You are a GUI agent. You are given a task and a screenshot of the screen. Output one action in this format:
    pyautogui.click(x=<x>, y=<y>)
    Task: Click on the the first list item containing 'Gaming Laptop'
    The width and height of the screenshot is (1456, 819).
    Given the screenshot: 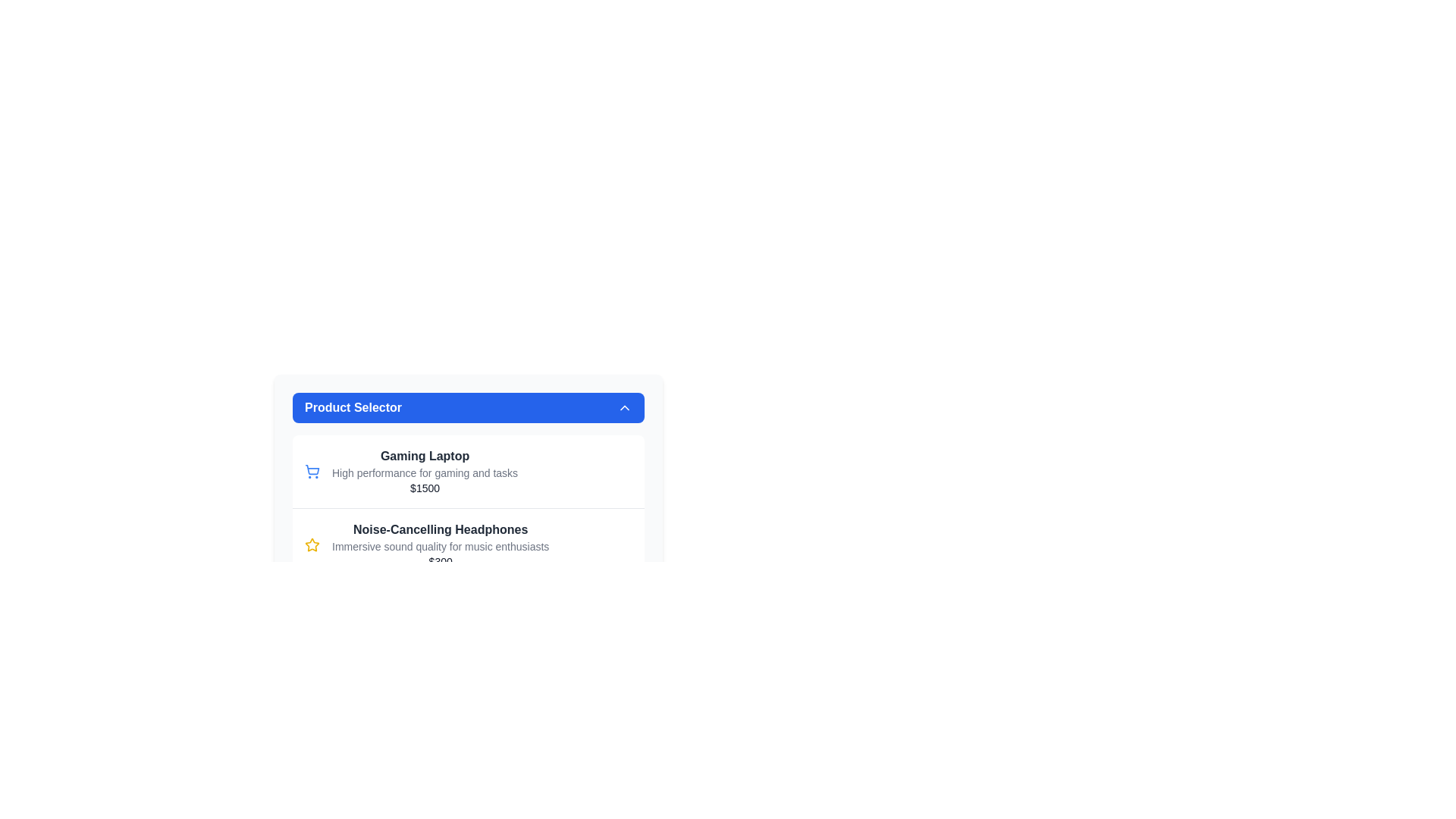 What is the action you would take?
    pyautogui.click(x=468, y=446)
    